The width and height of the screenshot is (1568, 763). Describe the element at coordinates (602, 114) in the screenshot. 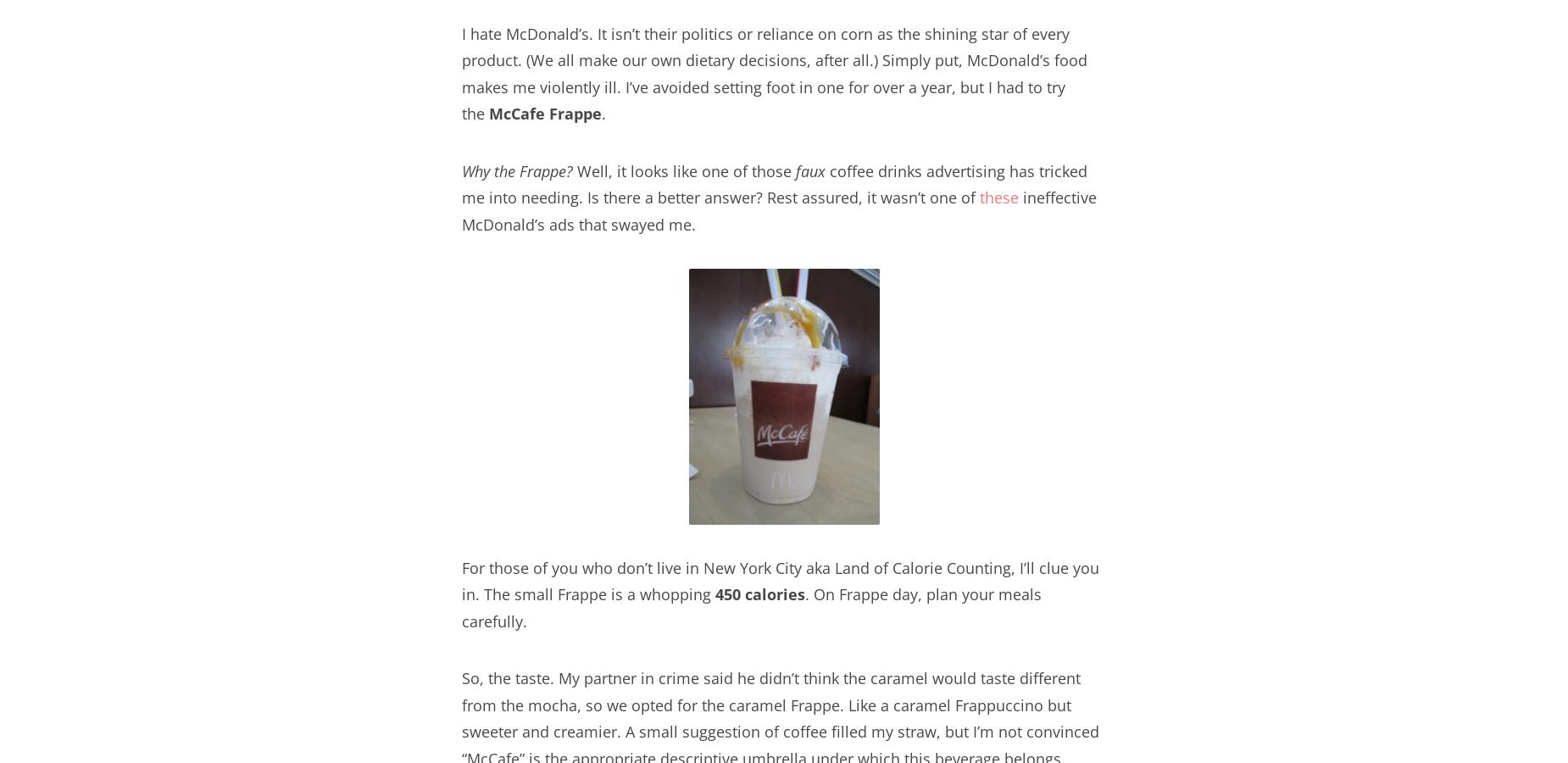

I see `'.'` at that location.